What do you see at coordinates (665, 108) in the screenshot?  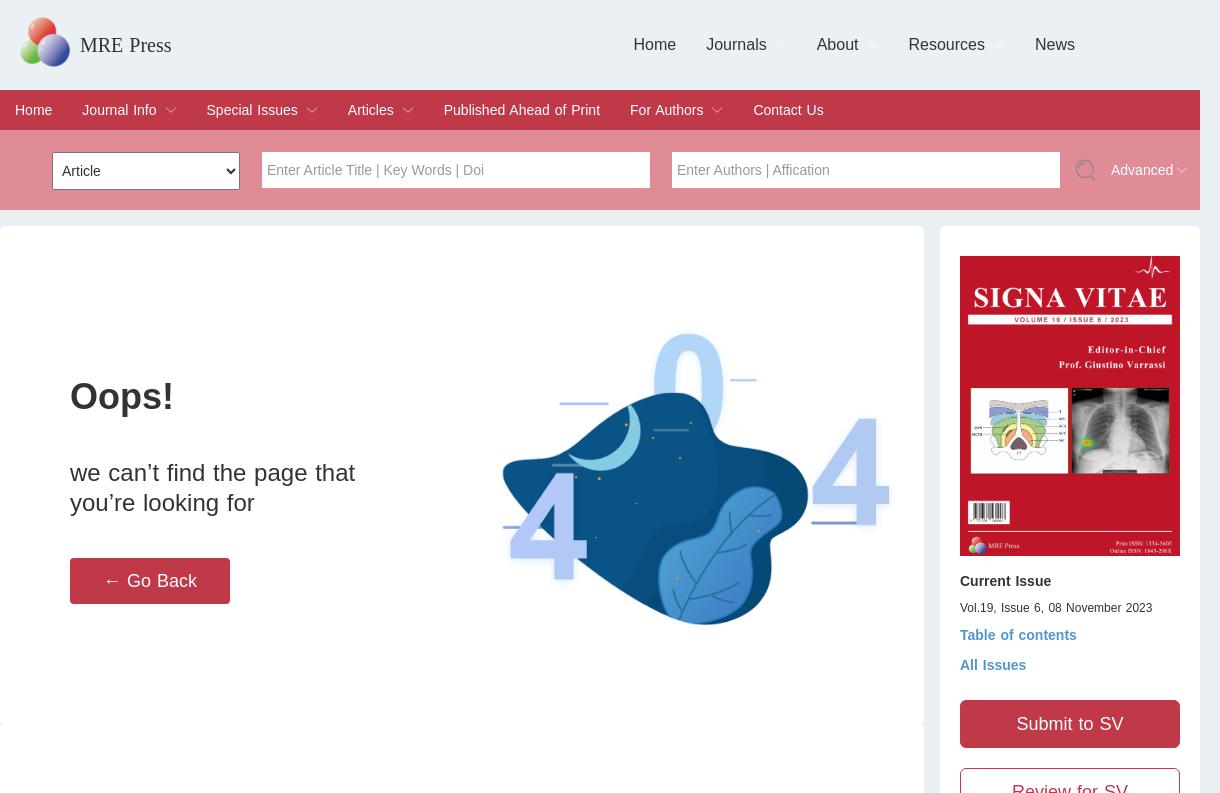 I see `'For Authors'` at bounding box center [665, 108].